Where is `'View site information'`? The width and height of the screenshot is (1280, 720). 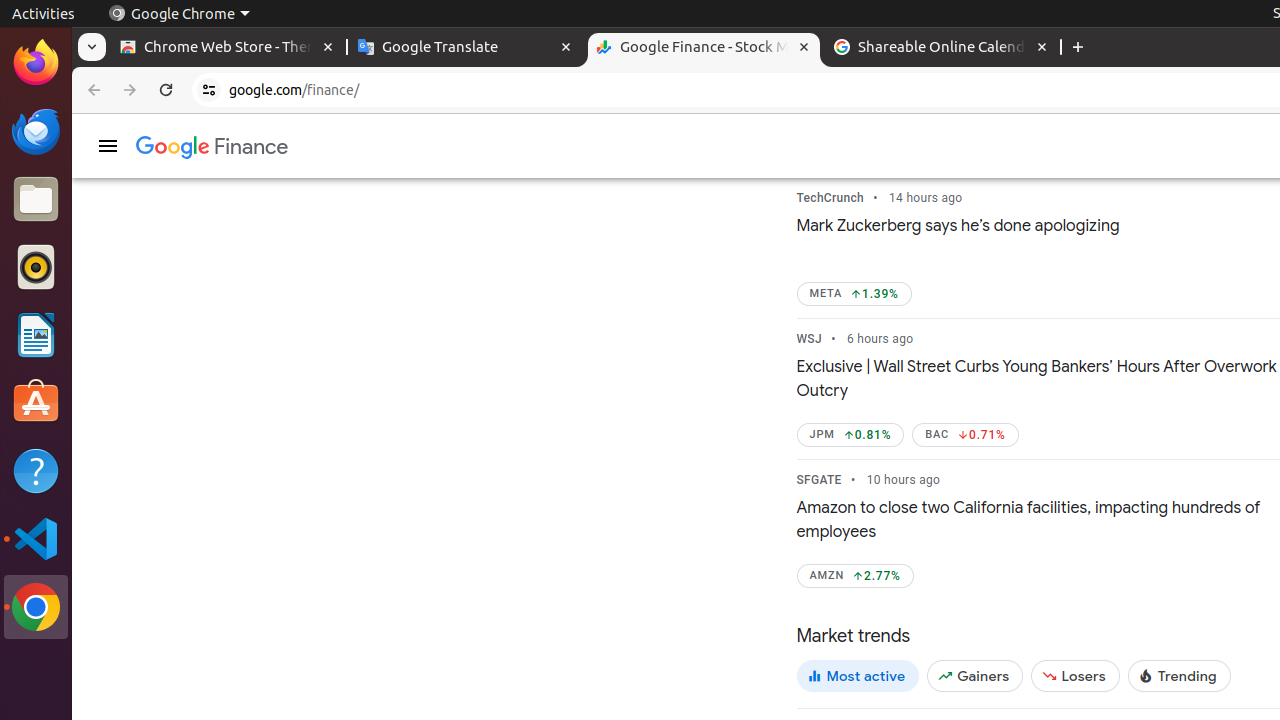
'View site information' is located at coordinates (209, 90).